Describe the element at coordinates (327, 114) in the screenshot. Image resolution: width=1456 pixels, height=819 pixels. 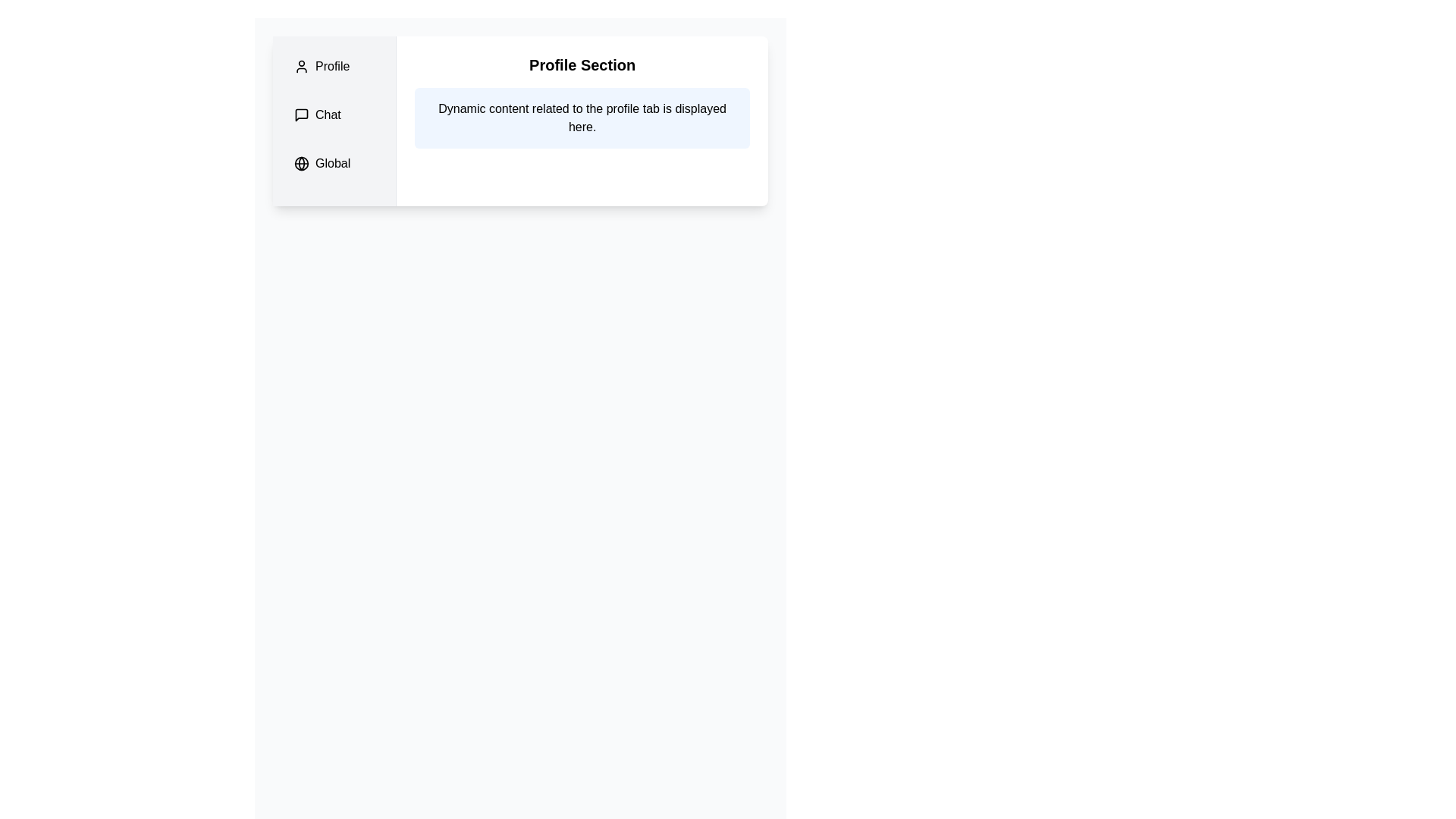
I see `the static text label that serves as a navigation label for the Chat section, located beside the speech bubble icon in the second row of the vertical navigation menu under the 'Profile' section` at that location.